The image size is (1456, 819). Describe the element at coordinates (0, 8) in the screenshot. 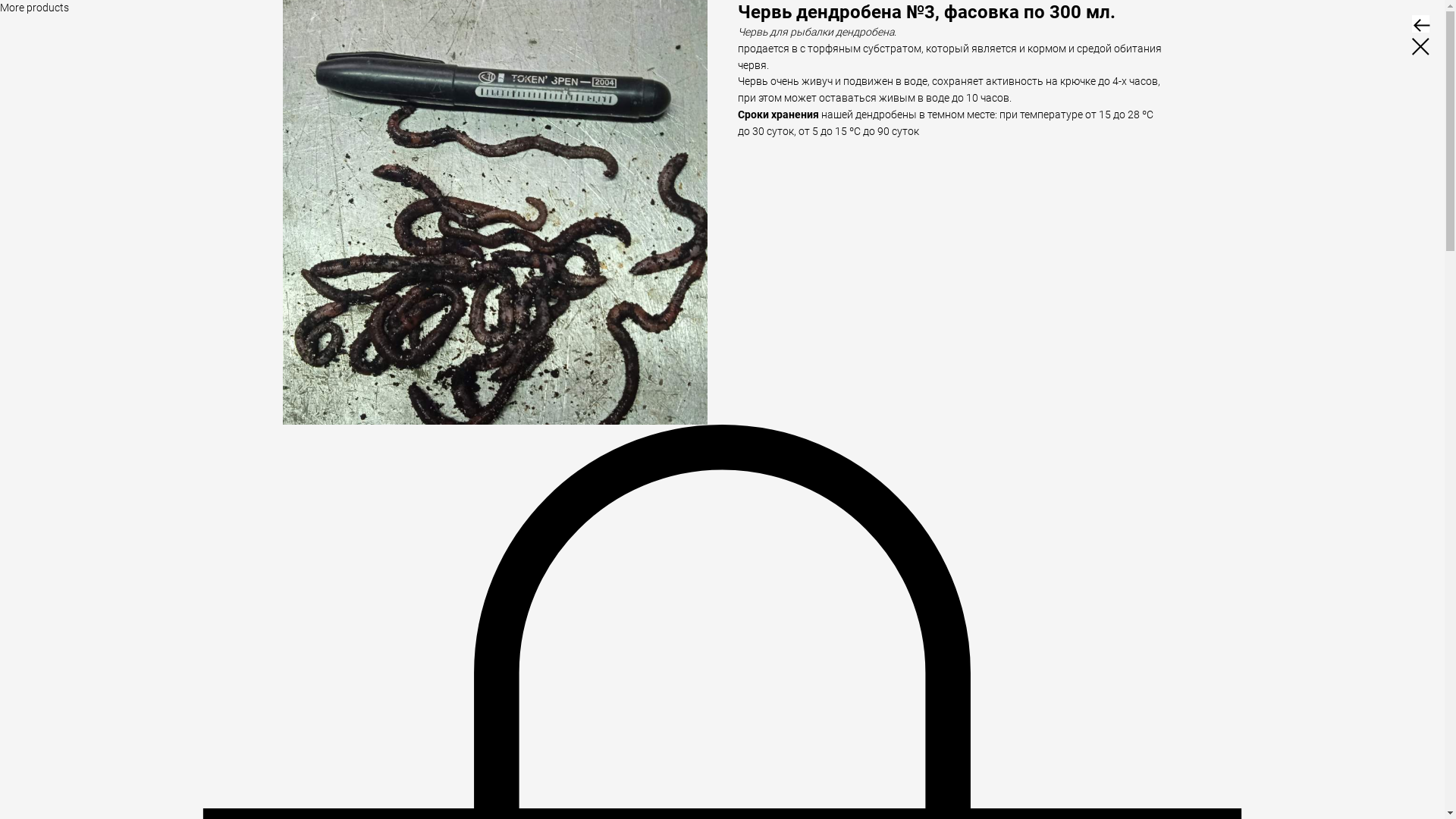

I see `'More products'` at that location.